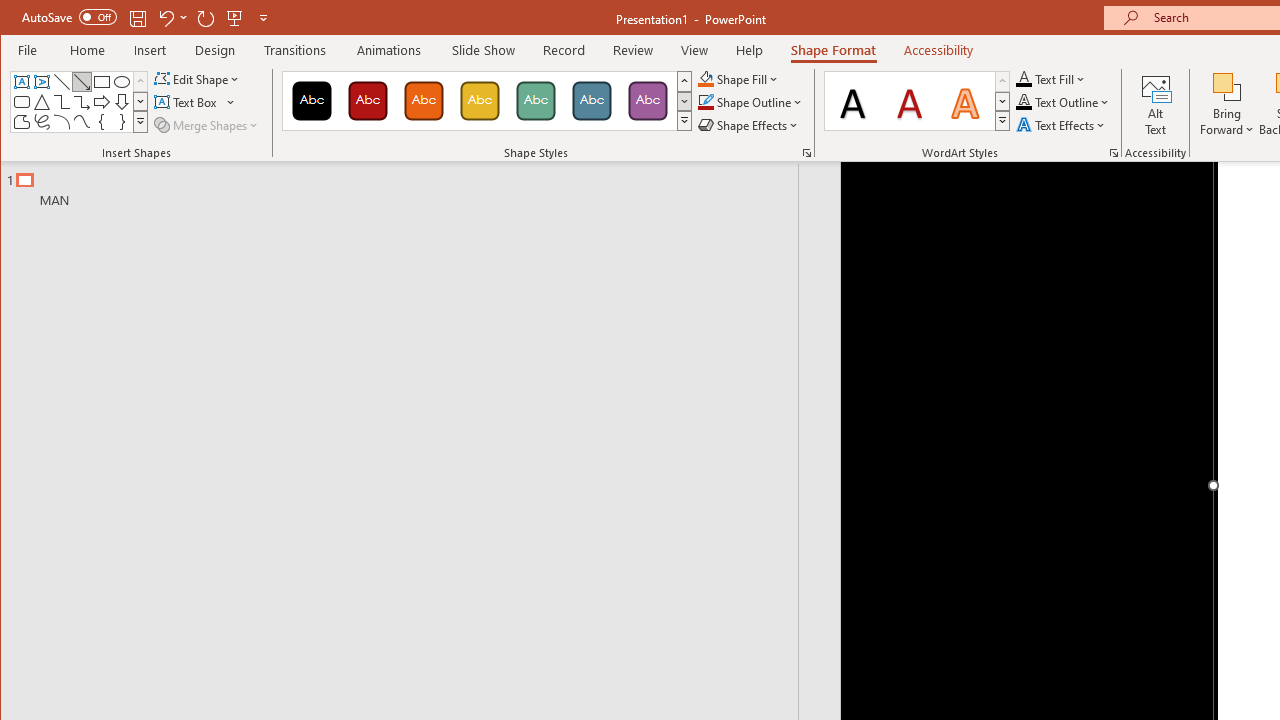 Image resolution: width=1280 pixels, height=720 pixels. Describe the element at coordinates (749, 125) in the screenshot. I see `'Shape Effects'` at that location.